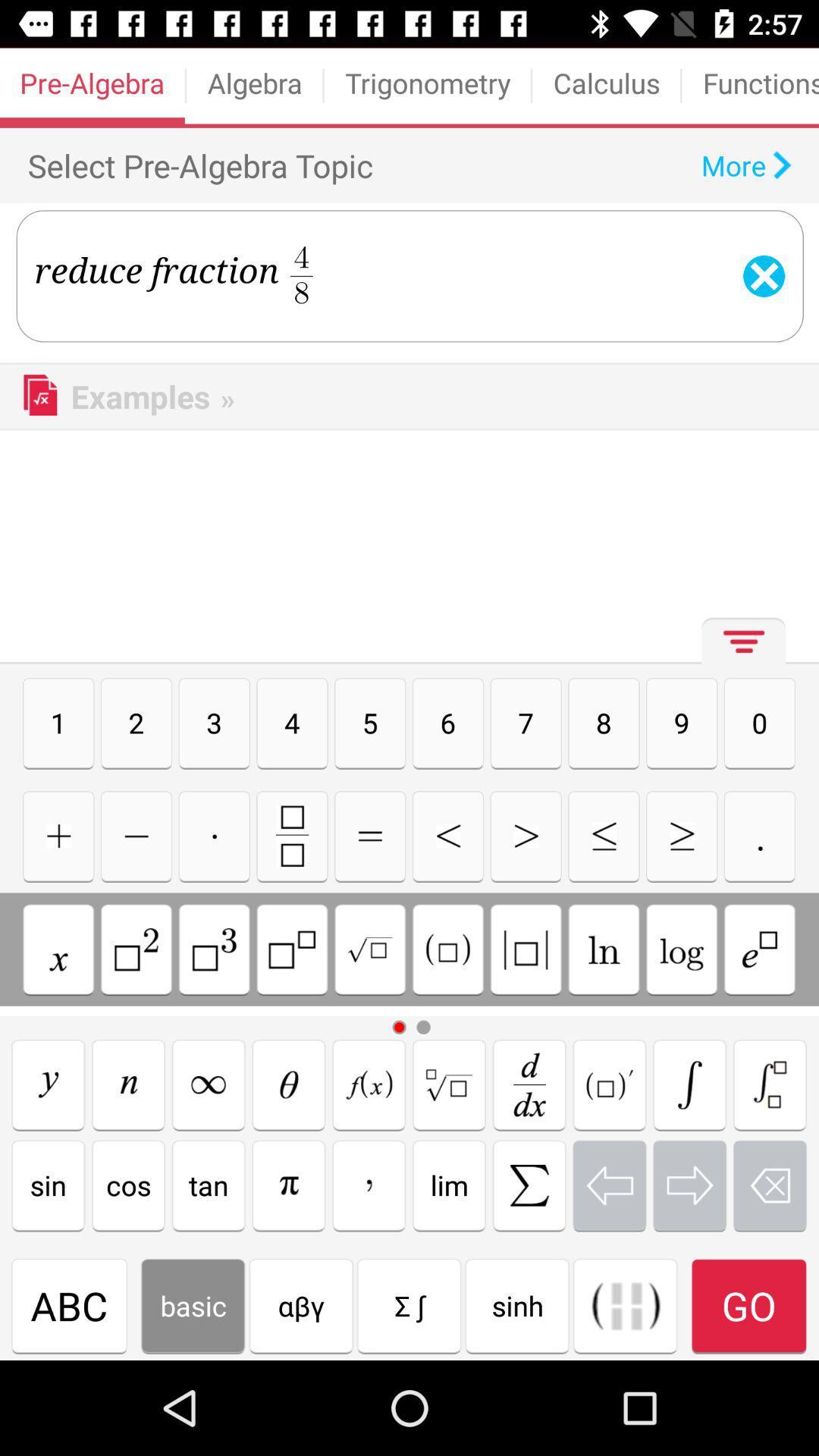 The image size is (819, 1456). I want to click on n, so click(127, 1084).